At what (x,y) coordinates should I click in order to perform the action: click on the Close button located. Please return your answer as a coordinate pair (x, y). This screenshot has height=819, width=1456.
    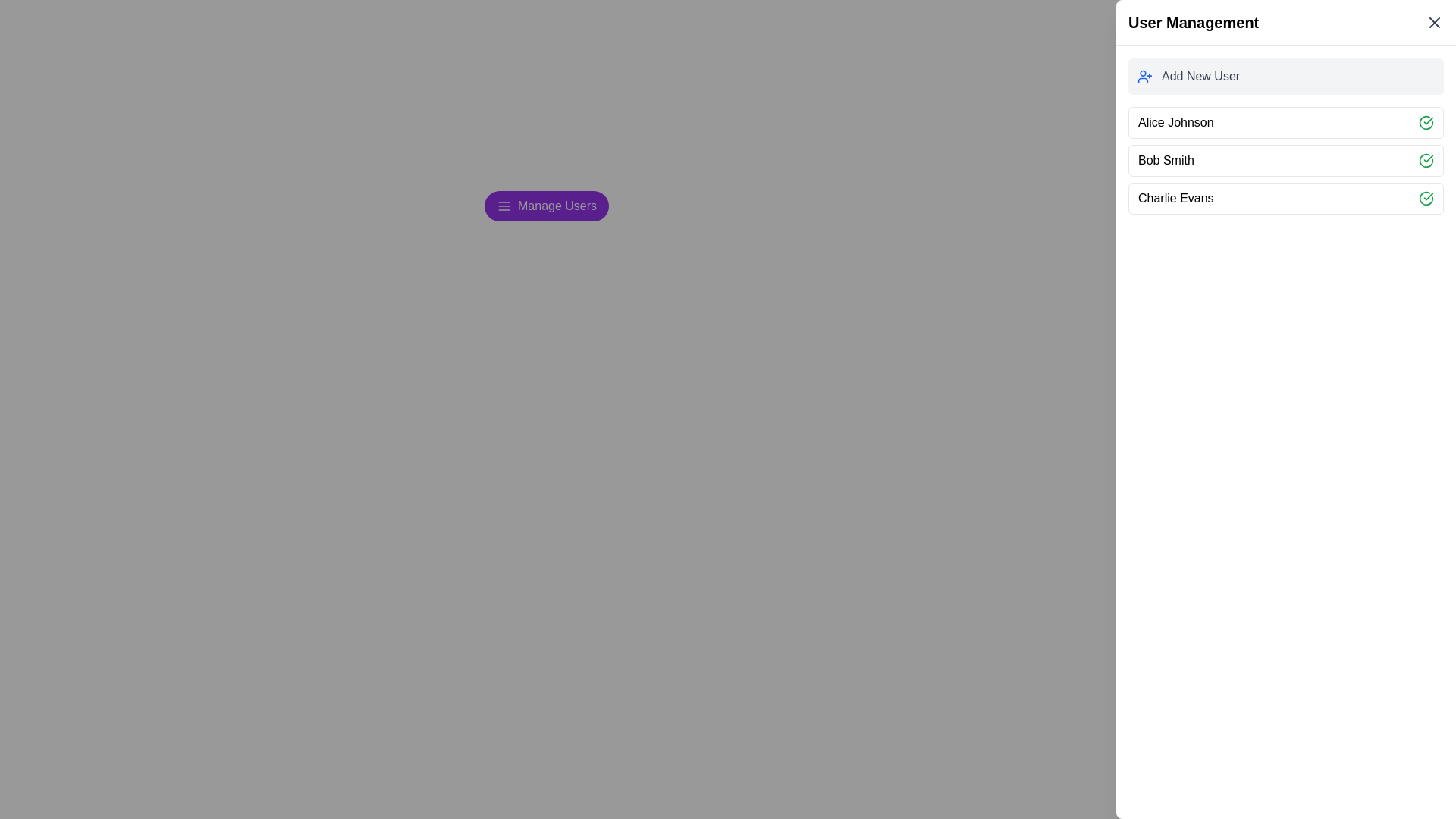
    Looking at the image, I should click on (1433, 23).